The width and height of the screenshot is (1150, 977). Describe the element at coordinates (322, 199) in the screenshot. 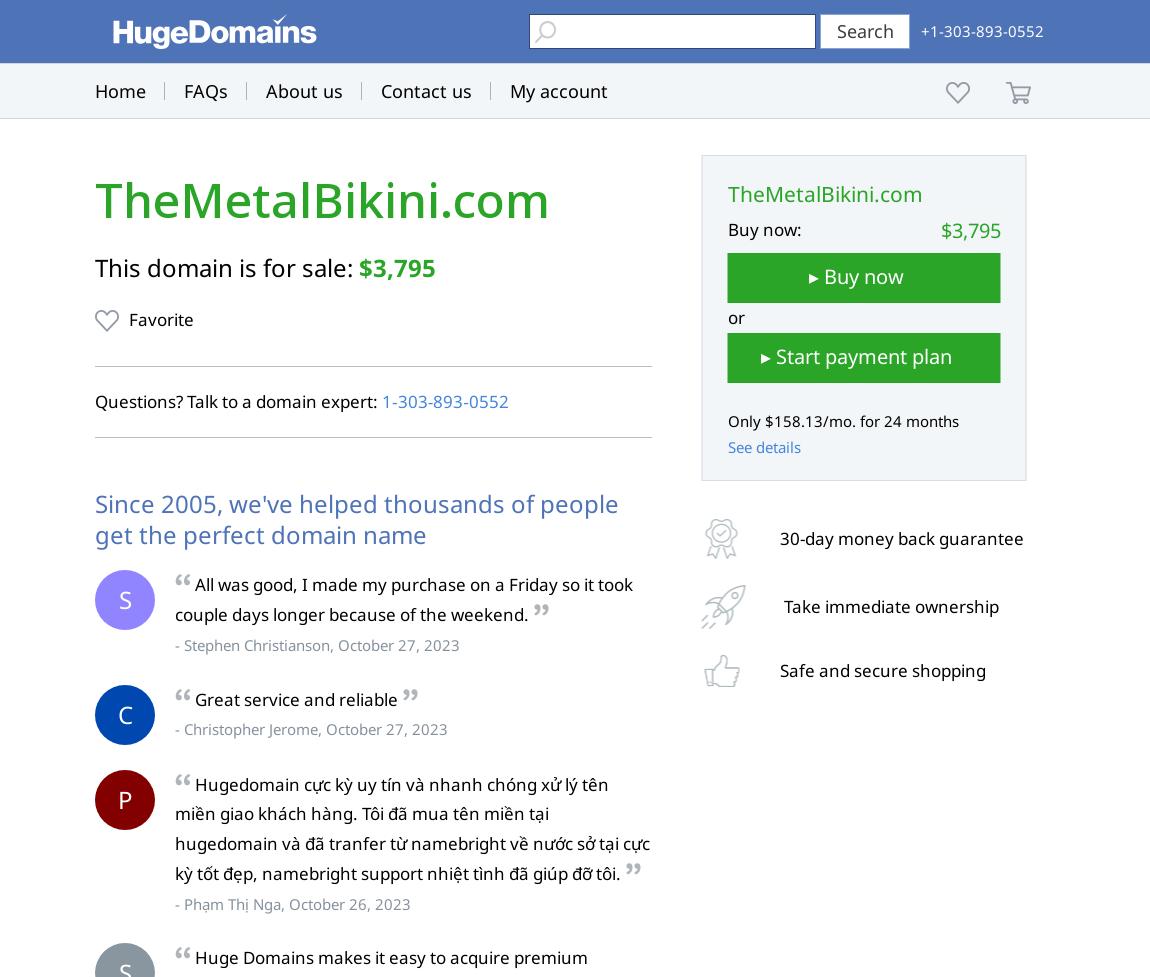

I see `'TheMetalBikini.com'` at that location.